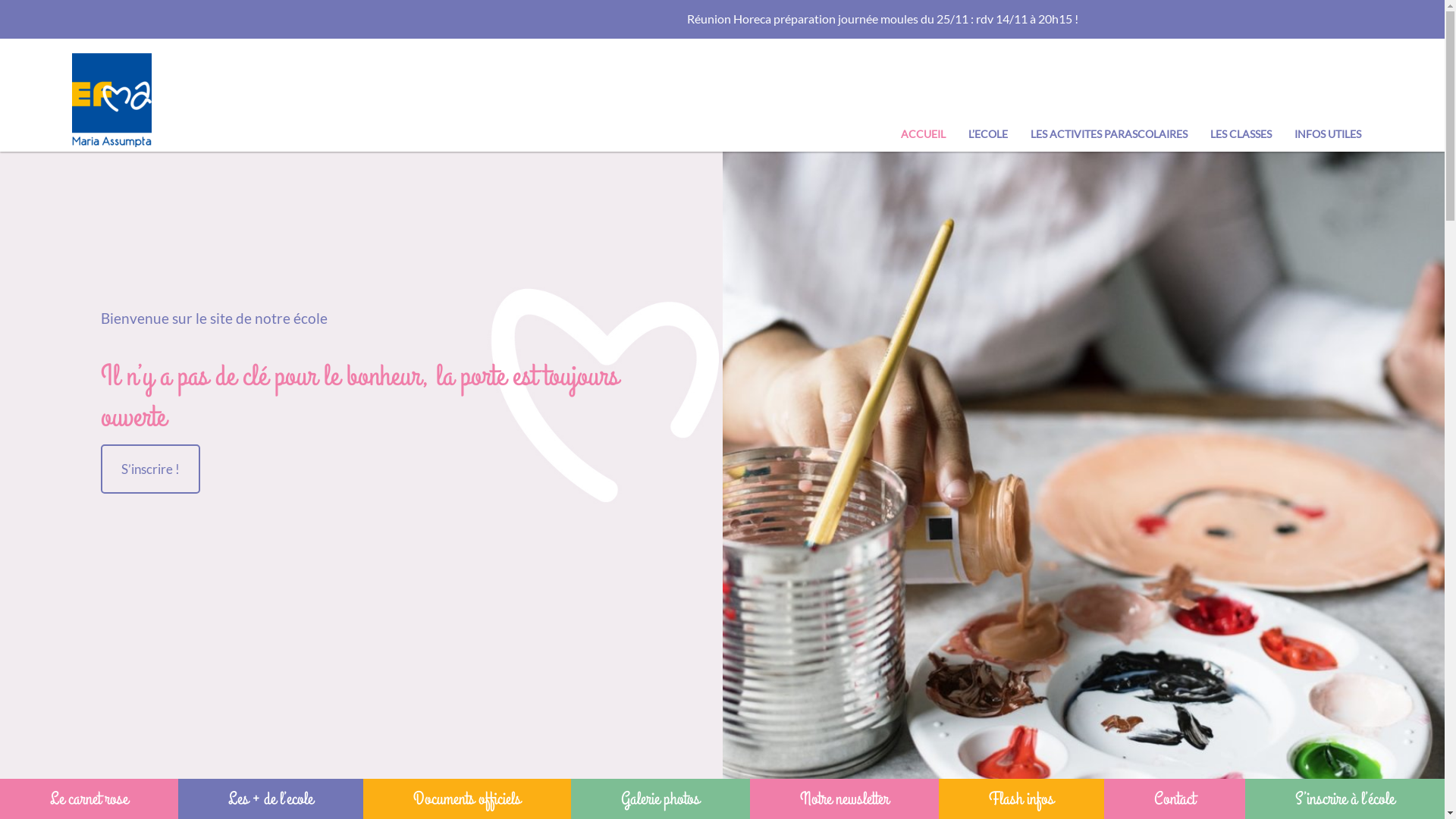 This screenshot has width=1456, height=819. I want to click on 'Flash infos', so click(1021, 798).